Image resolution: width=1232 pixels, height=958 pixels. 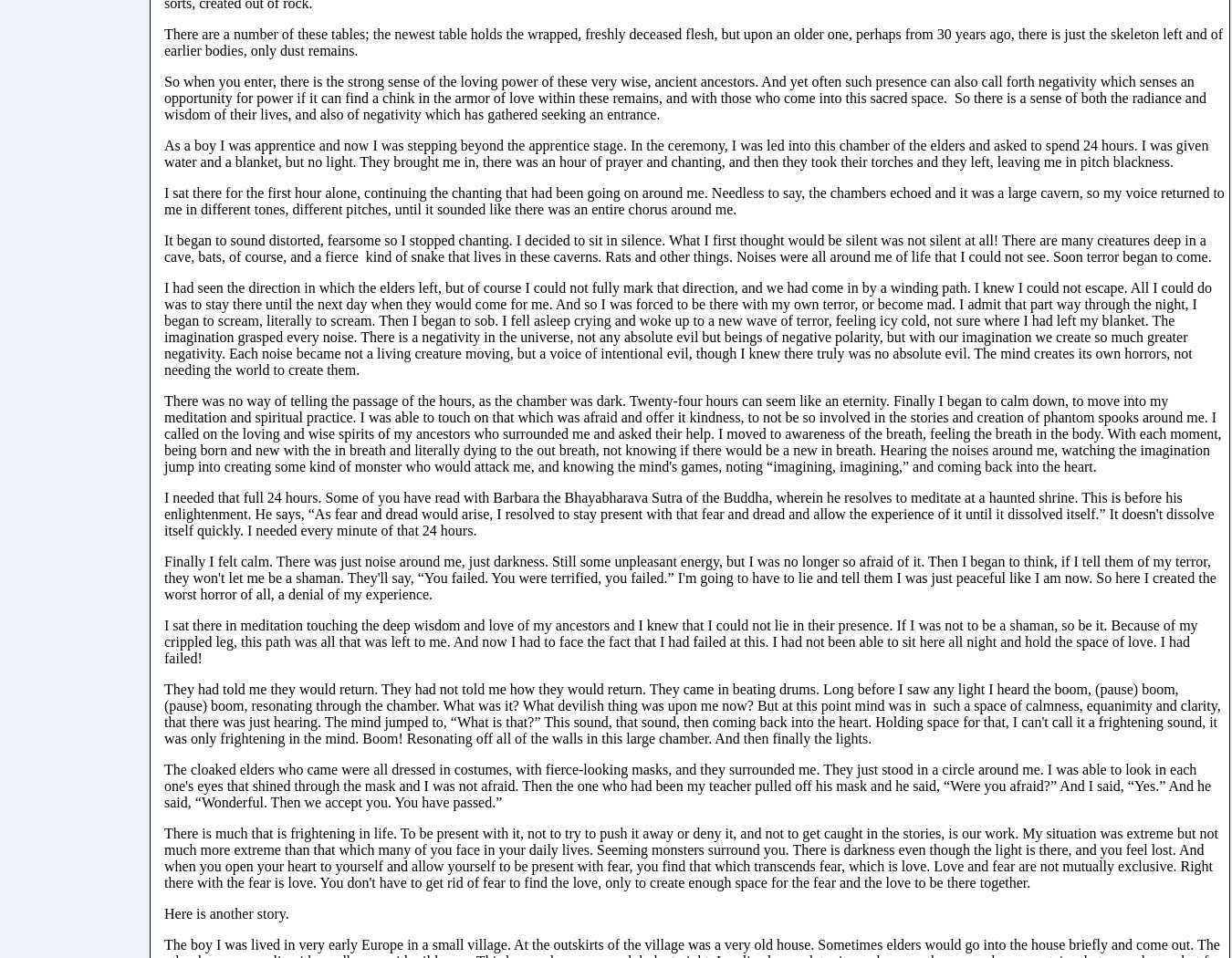 I want to click on 'There is much that is frightening in life. To be present with it, not to try to push it away or deny it, and not to get caught in the stories, is our work. My situation was extreme but not much more extreme than that which many of you face in your daily lives. Seeming monsters surround you. There is darkness even though the light is there, and you feel lost. And when you open your heart to yourself and allow yourself to be present with fear, you find that which transcends fear, which is love. Love and fear are not mutually exclusive. Right there with the fear is love. You don't have to get rid of fear to find the love, only to create enough space for the fear and the love to be there together.', so click(x=689, y=856).